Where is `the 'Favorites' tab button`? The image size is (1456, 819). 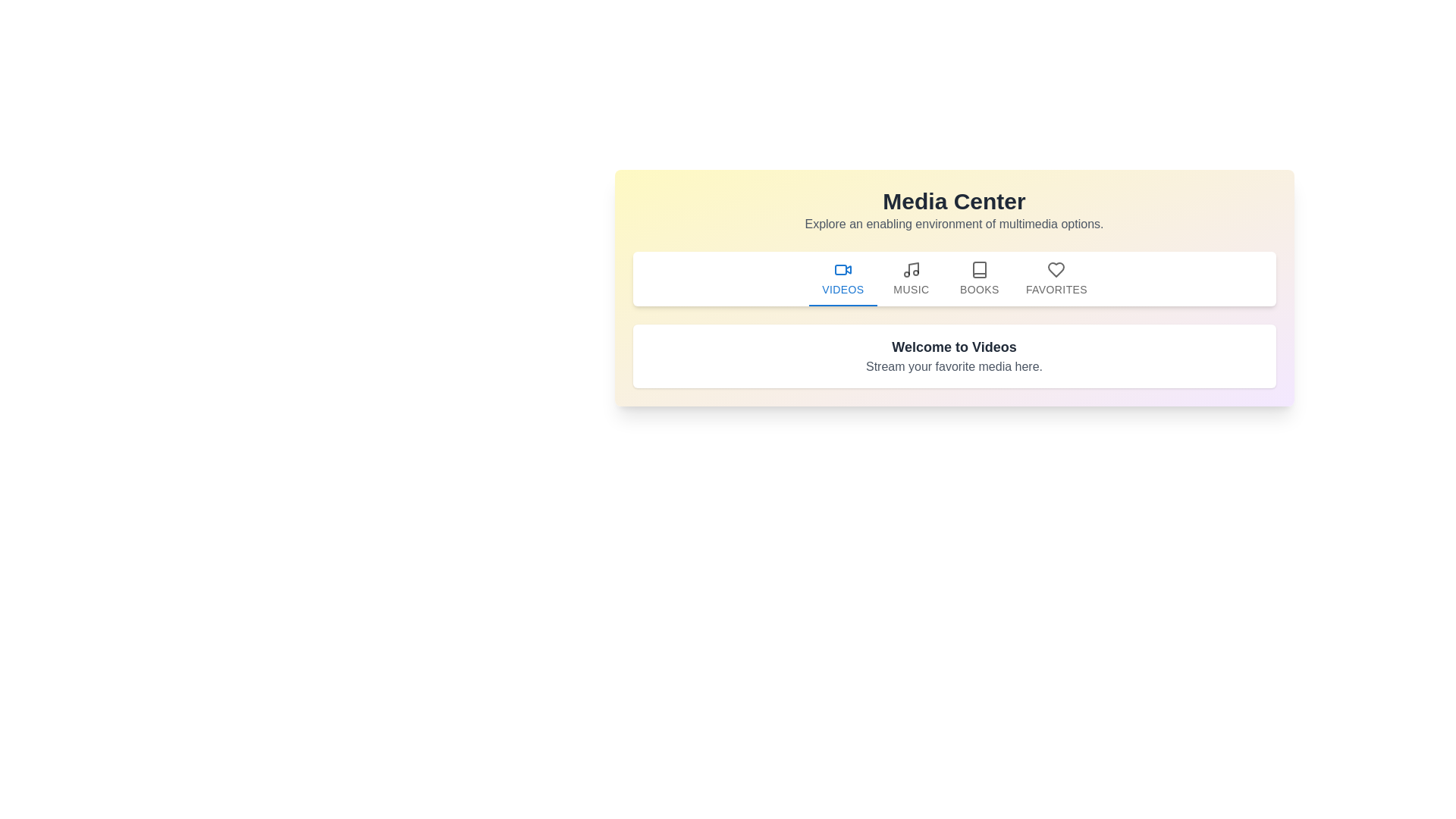
the 'Favorites' tab button is located at coordinates (1056, 278).